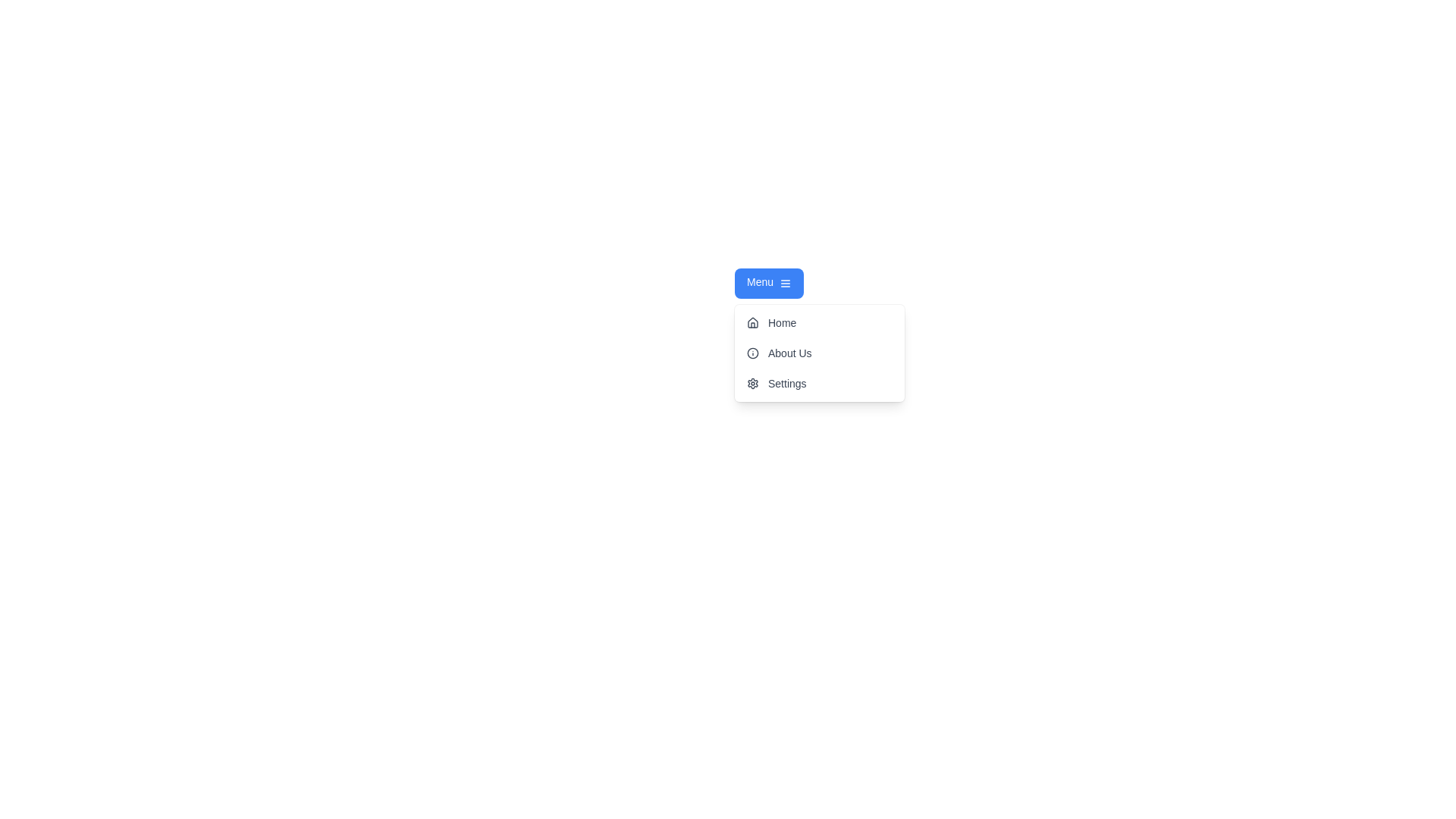 Image resolution: width=1456 pixels, height=819 pixels. I want to click on the 'About Us' button, which is the second option in the vertical menu list, so click(818, 353).